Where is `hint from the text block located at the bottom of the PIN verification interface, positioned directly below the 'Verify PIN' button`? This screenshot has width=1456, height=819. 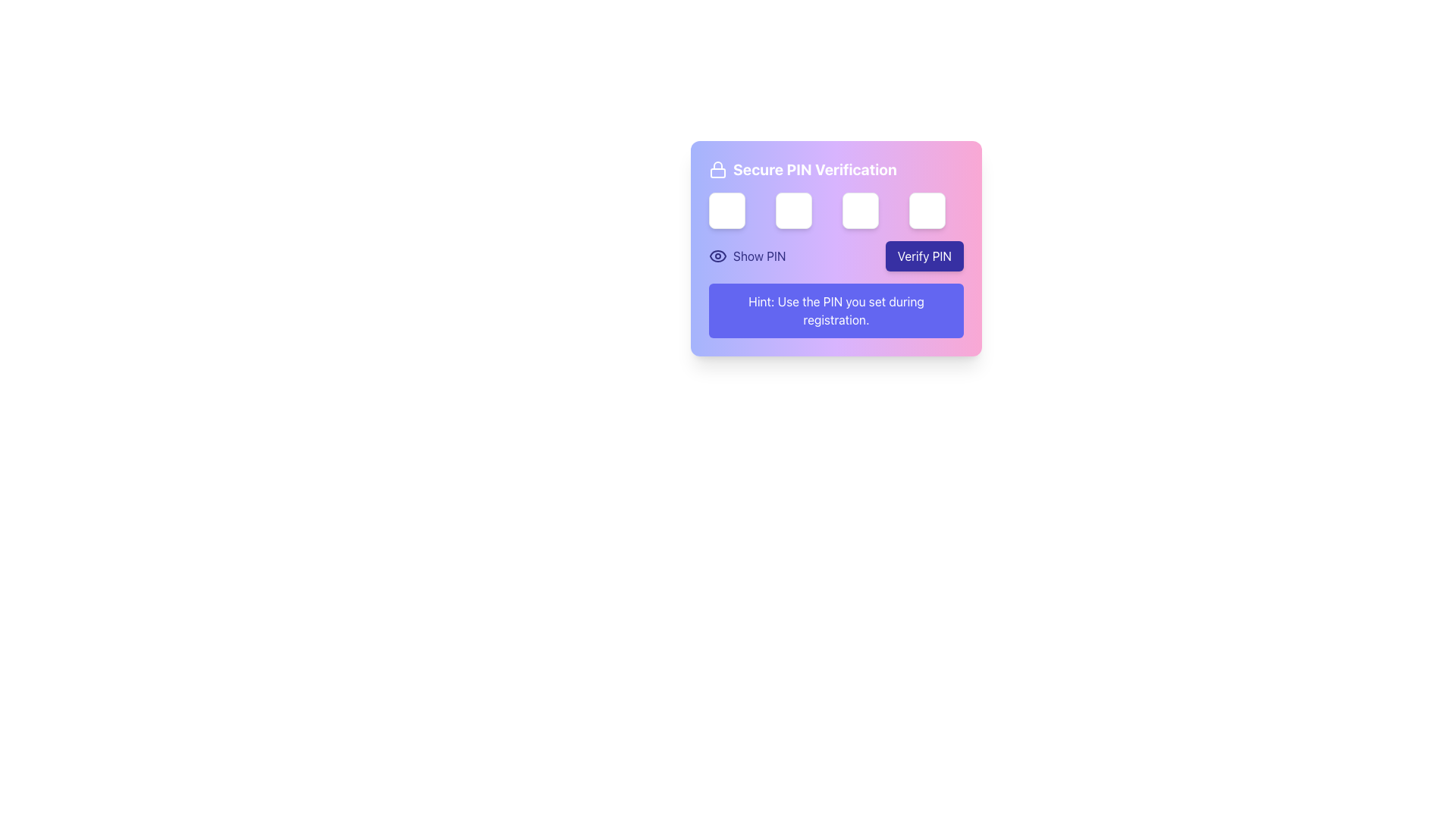 hint from the text block located at the bottom of the PIN verification interface, positioned directly below the 'Verify PIN' button is located at coordinates (836, 309).